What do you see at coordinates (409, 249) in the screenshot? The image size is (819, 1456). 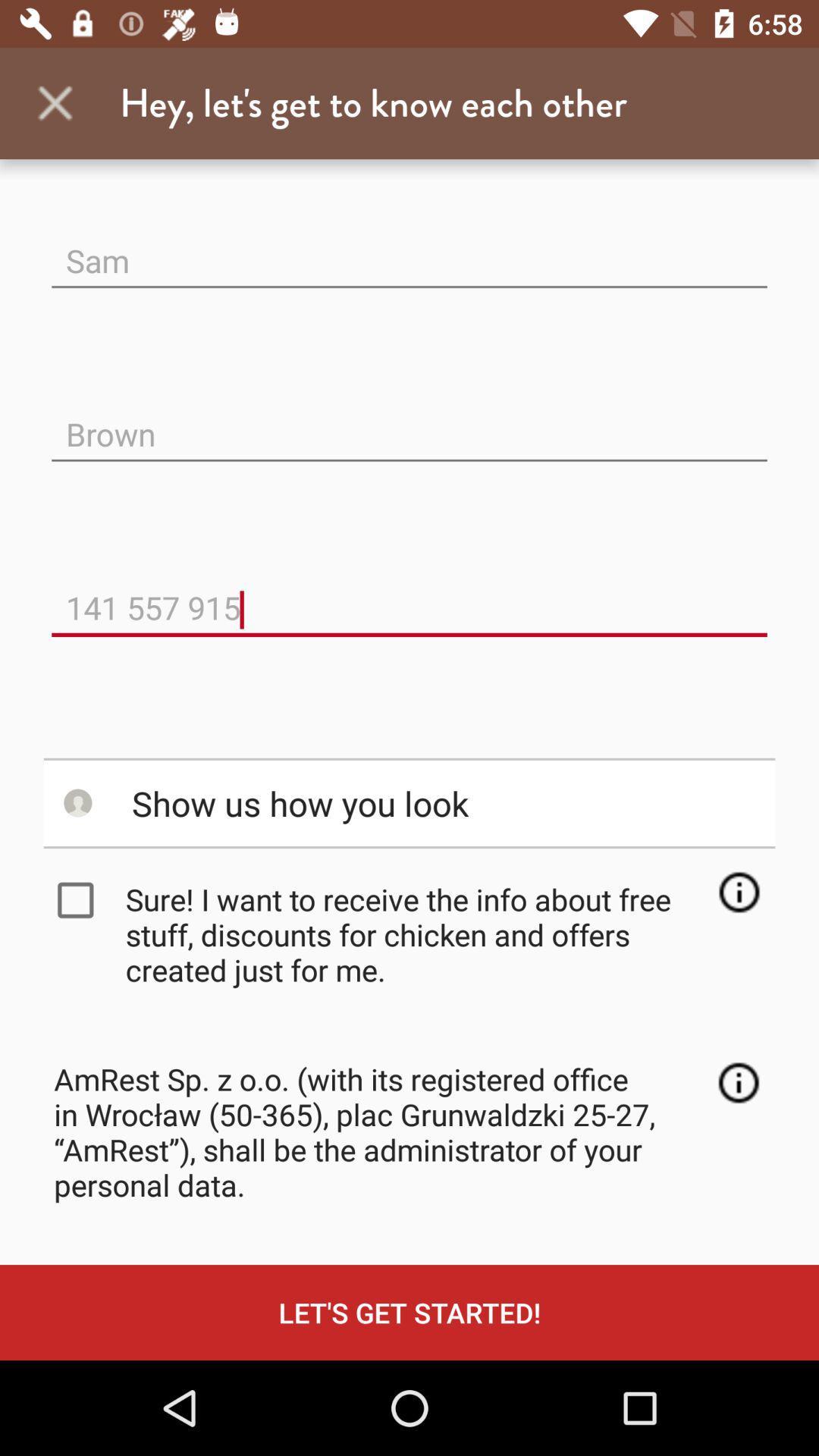 I see `icon above the brown` at bounding box center [409, 249].